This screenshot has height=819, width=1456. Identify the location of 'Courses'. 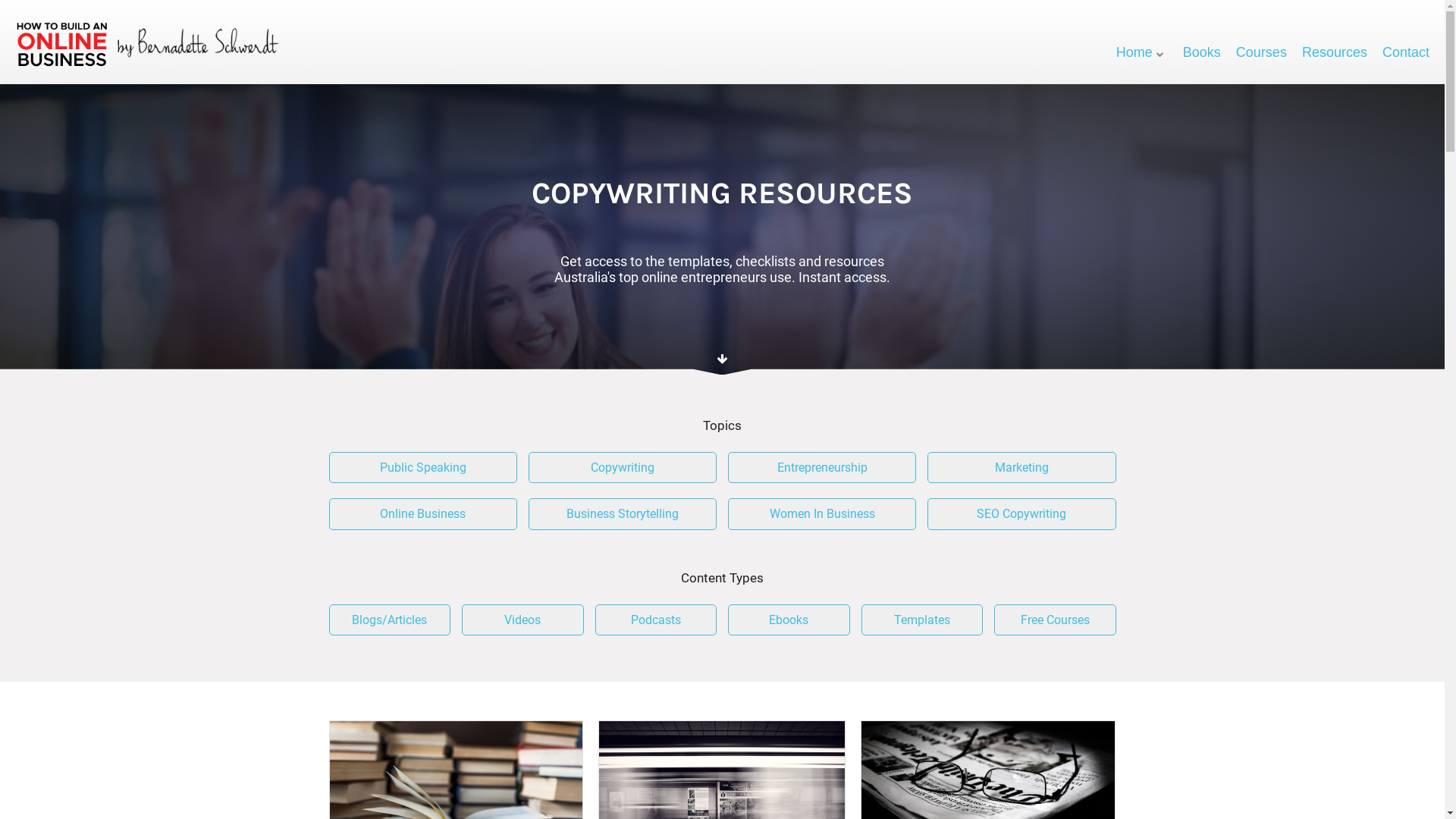
(1261, 52).